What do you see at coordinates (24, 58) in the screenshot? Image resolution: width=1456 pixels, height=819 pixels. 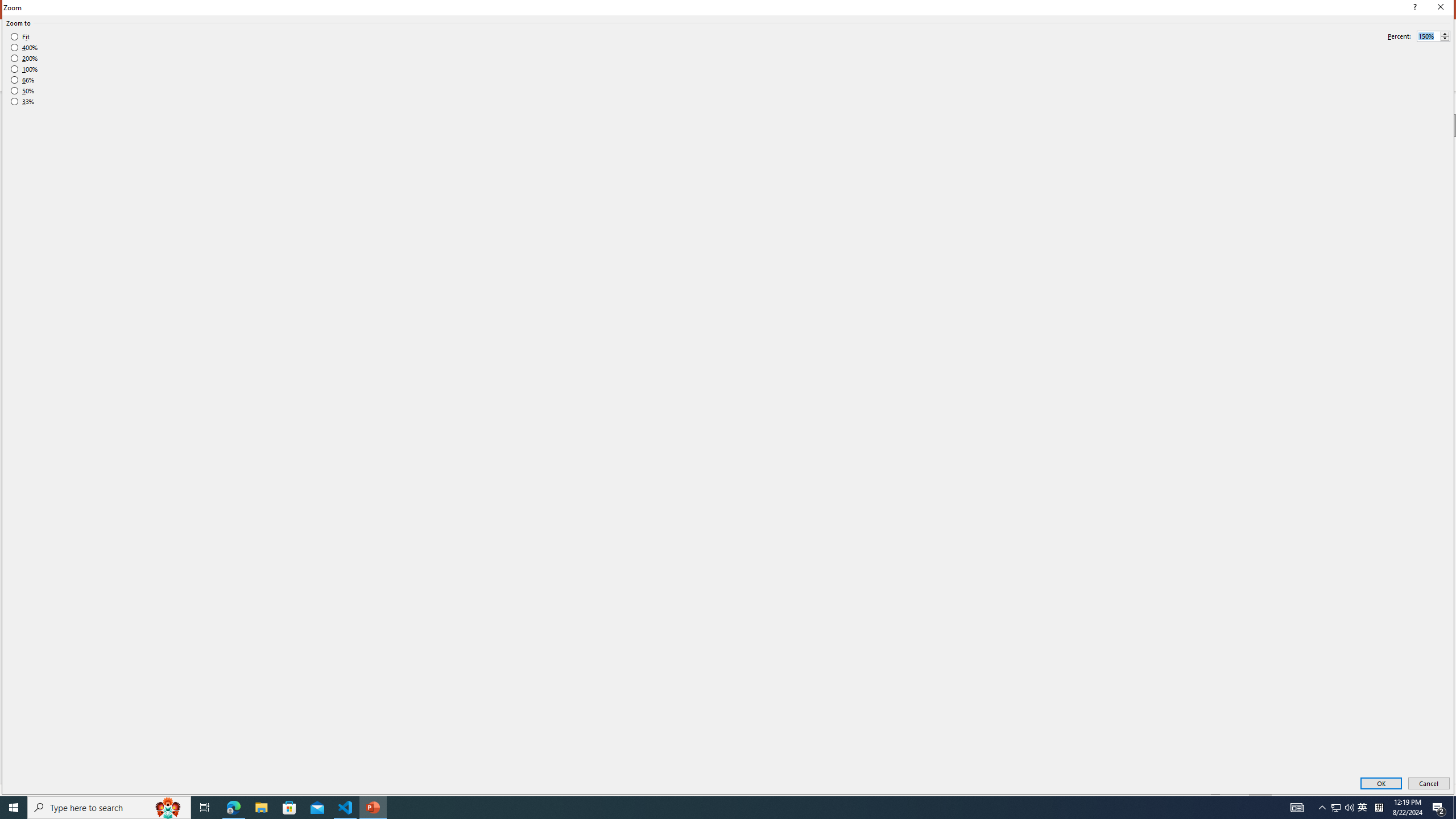 I see `'200%'` at bounding box center [24, 58].